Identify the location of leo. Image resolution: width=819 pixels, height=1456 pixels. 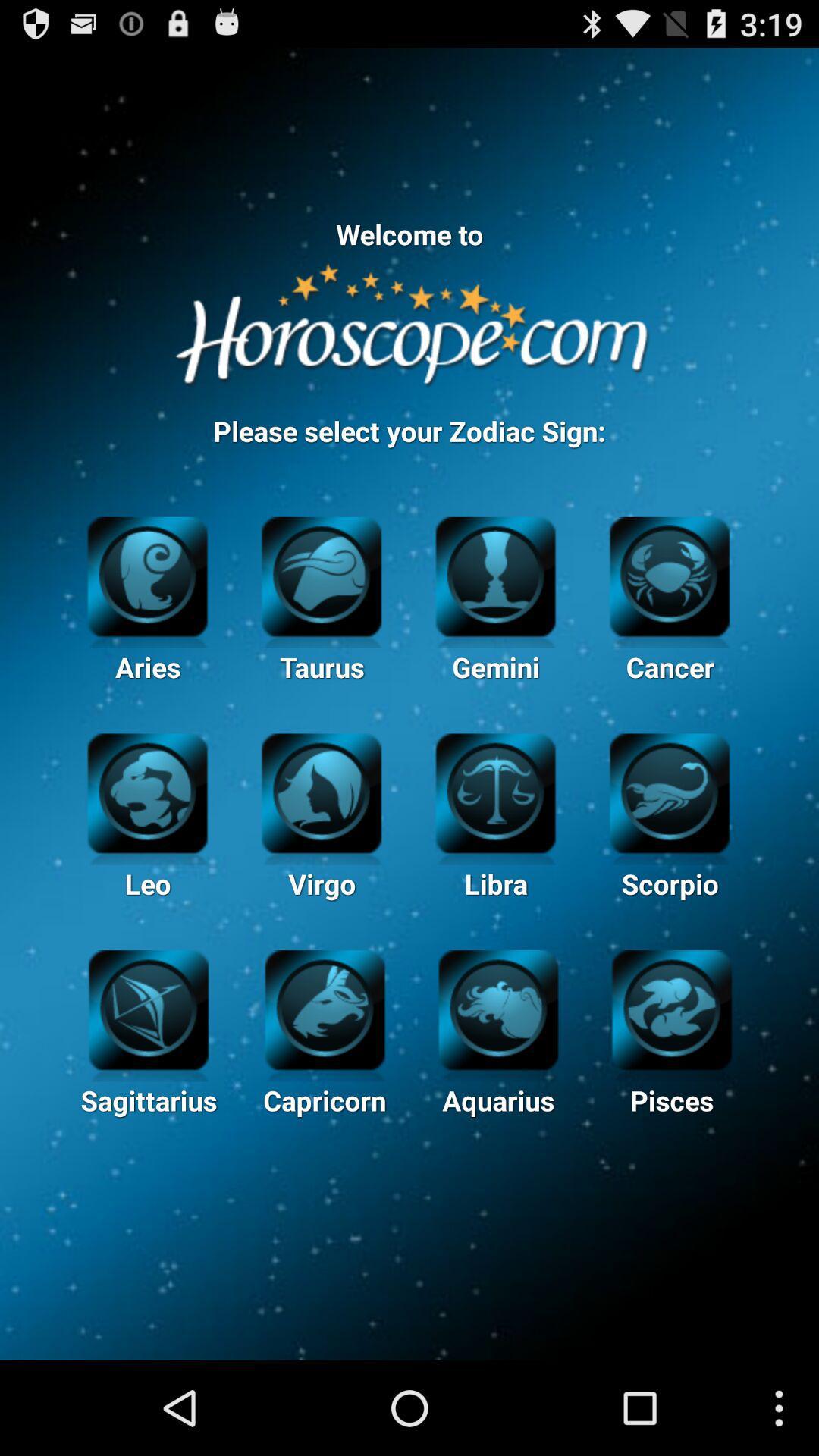
(147, 790).